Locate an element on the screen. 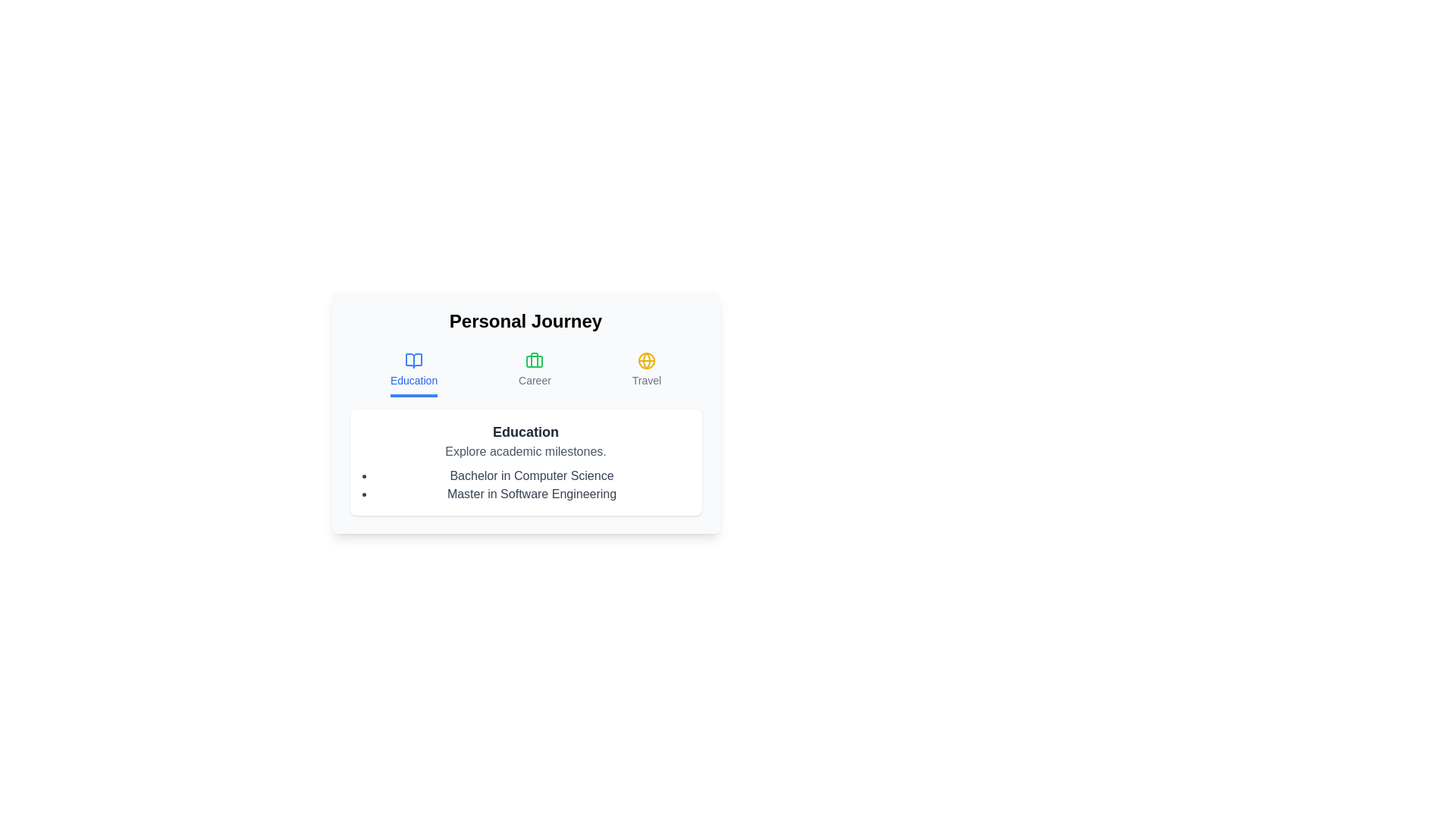  text content of the 'Education' label located underneath the book icon in the navigation group is located at coordinates (414, 379).